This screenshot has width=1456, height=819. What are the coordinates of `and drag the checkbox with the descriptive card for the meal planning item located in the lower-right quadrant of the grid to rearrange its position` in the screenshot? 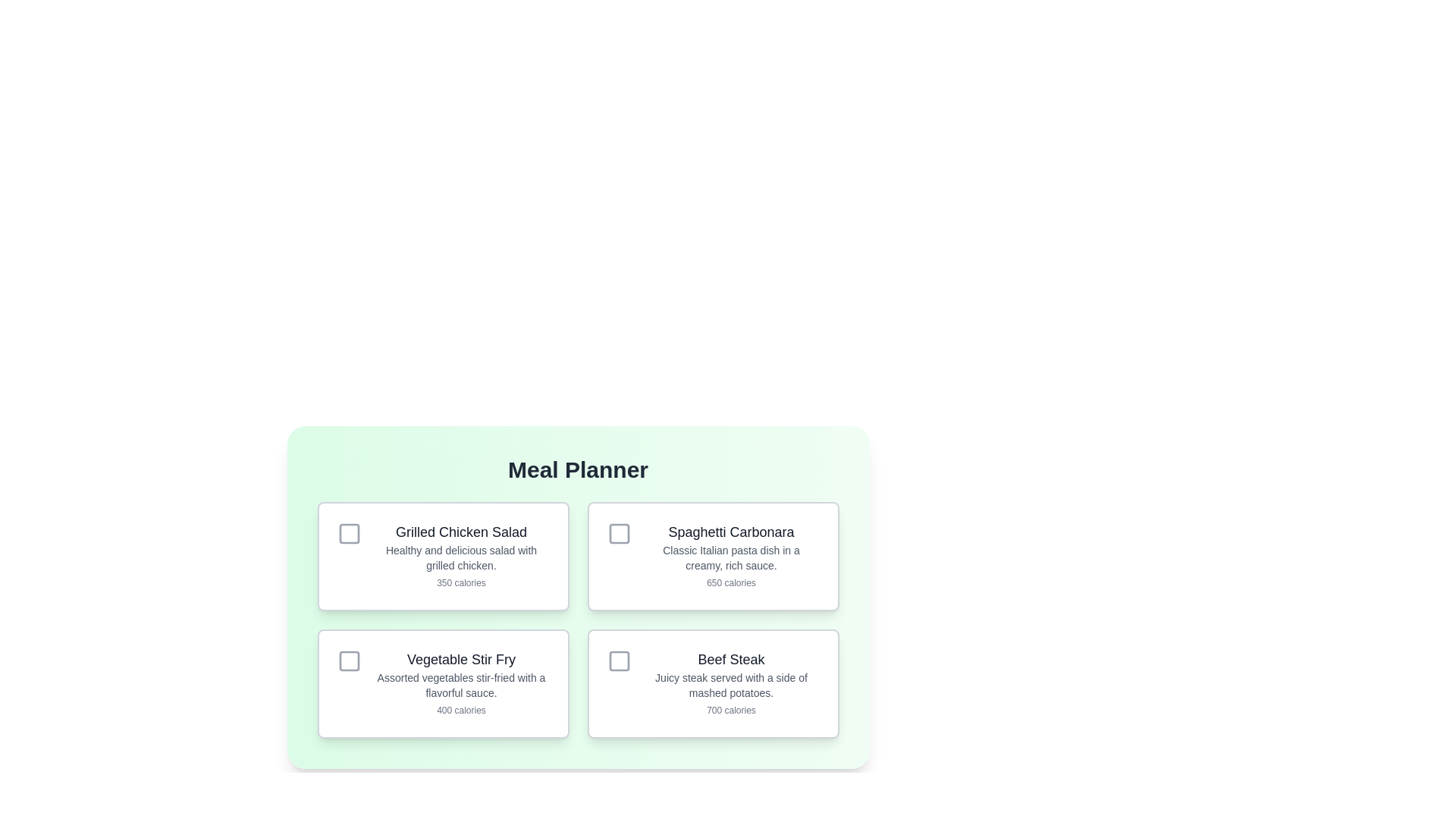 It's located at (712, 684).